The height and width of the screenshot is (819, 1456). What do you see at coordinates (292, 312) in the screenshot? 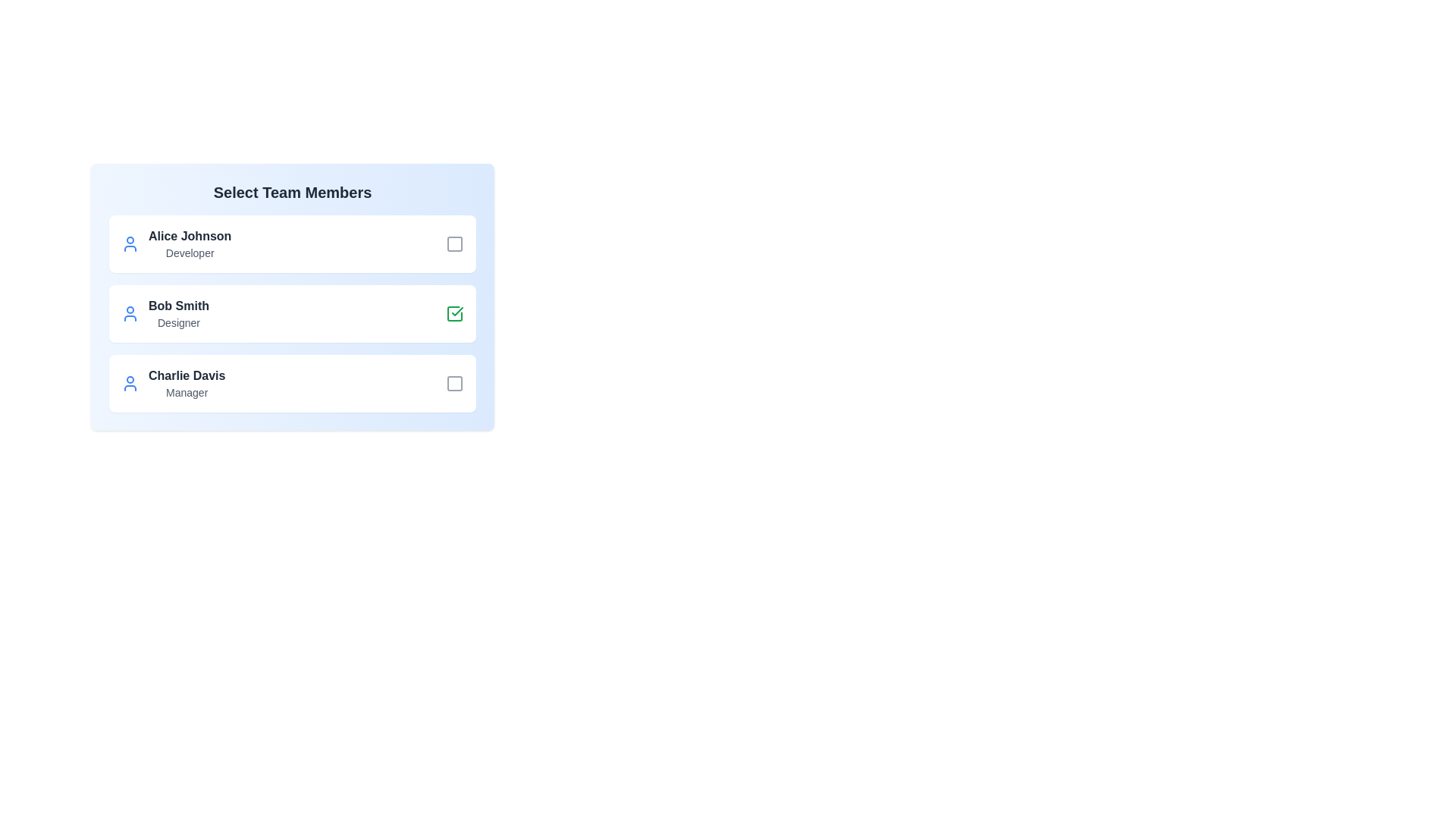
I see `the card of team member Bob Smith` at bounding box center [292, 312].